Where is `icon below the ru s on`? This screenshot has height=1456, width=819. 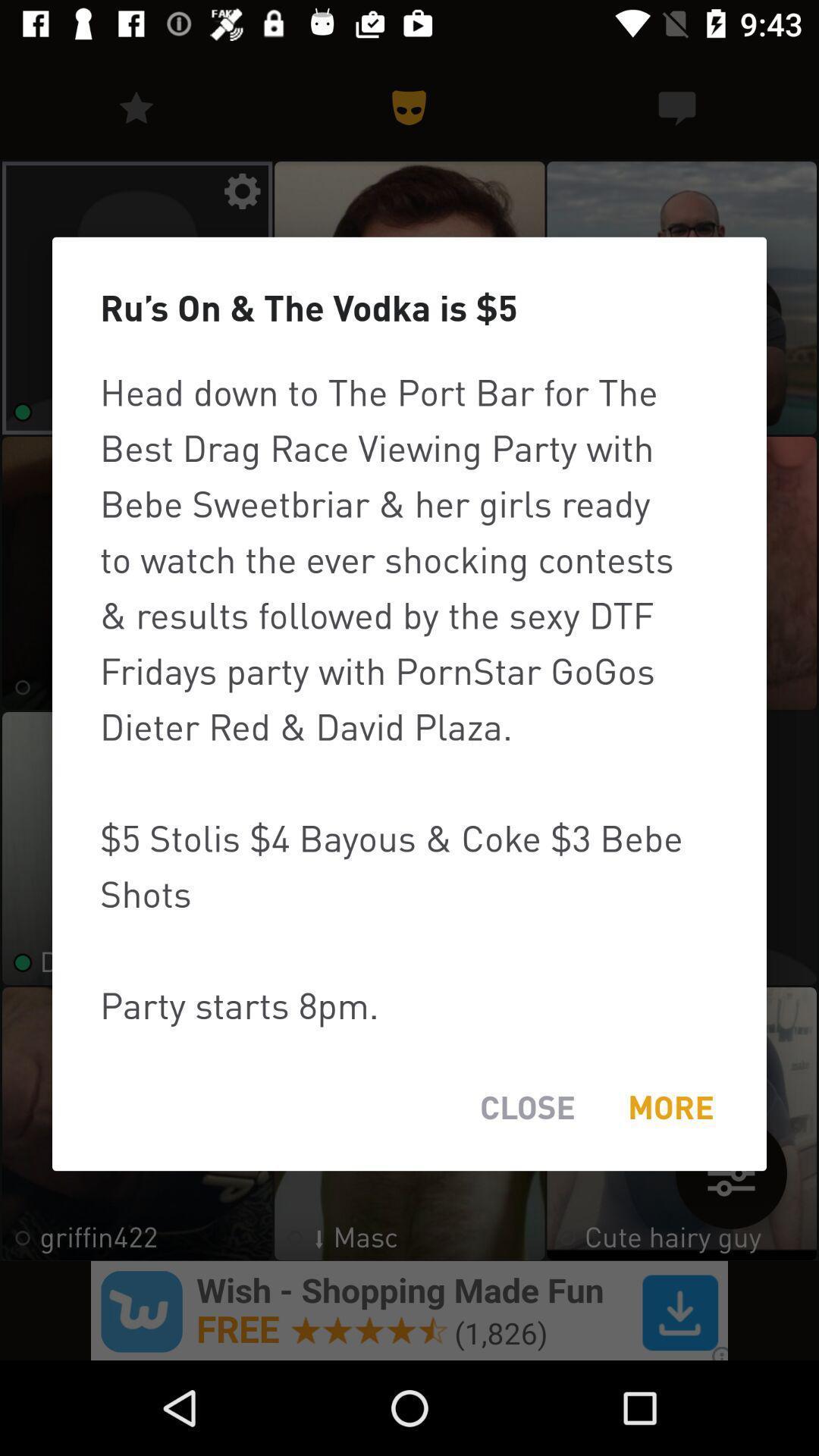
icon below the ru s on is located at coordinates (409, 698).